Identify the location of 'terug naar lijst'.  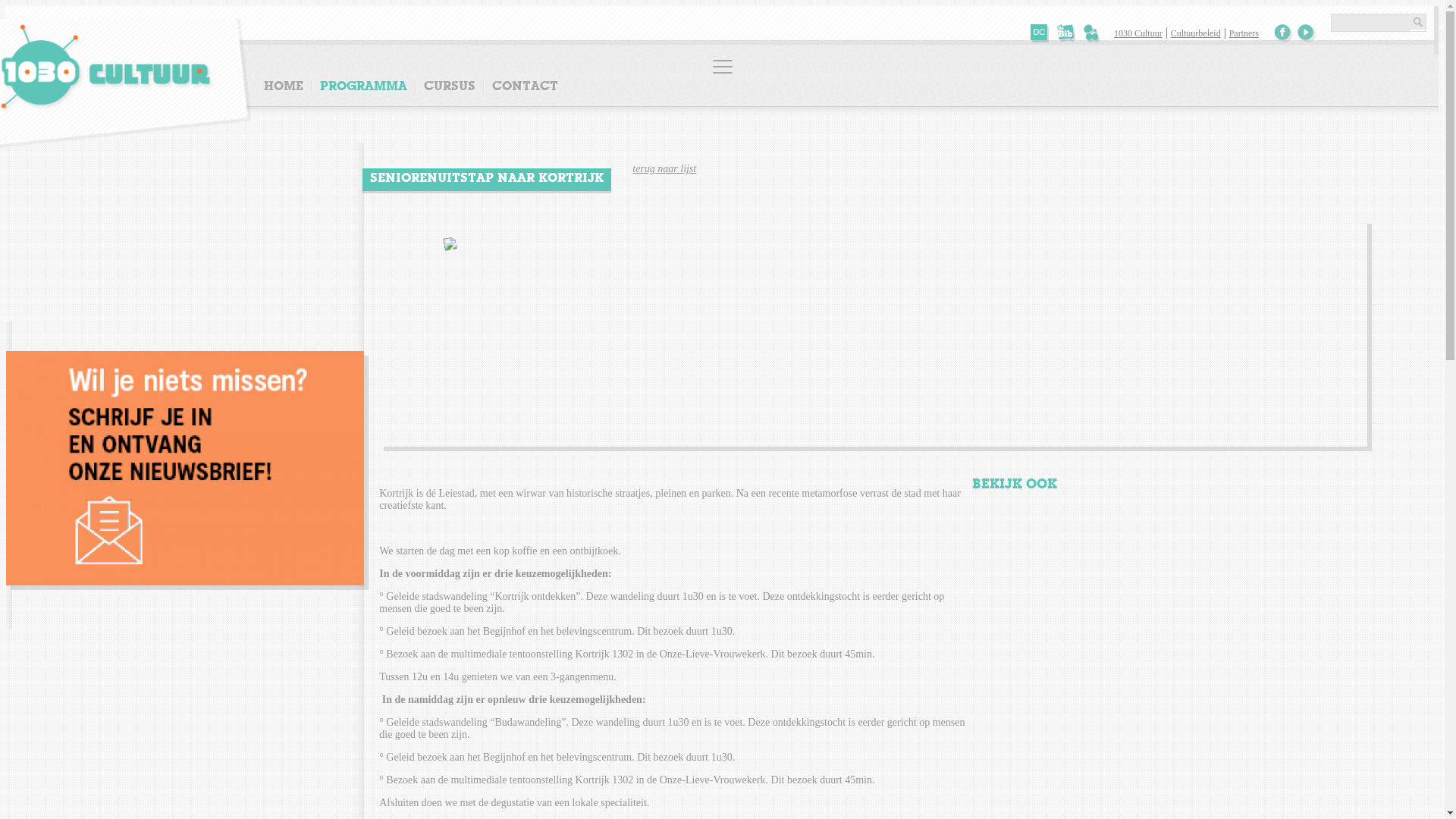
(664, 168).